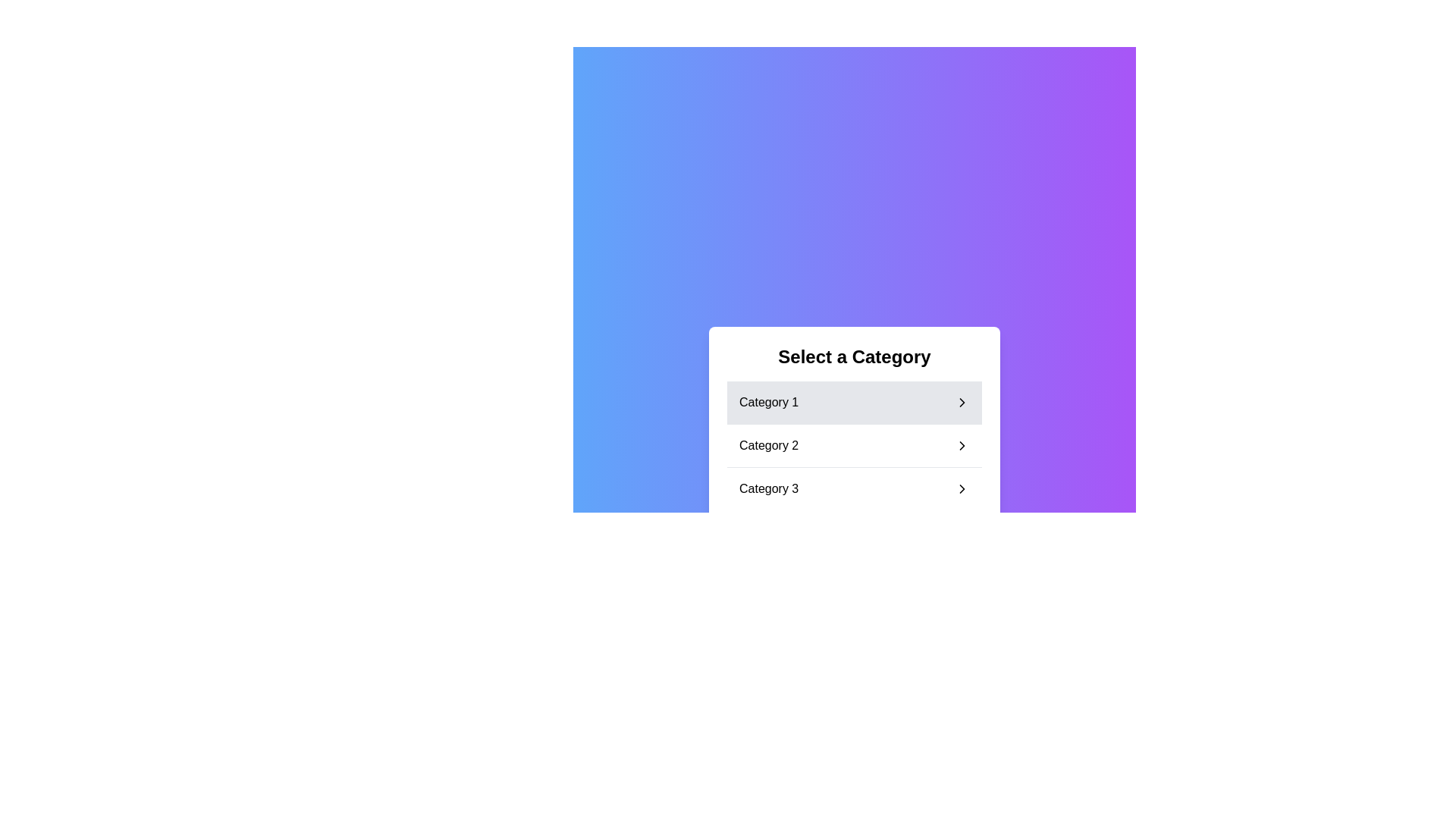 Image resolution: width=1456 pixels, height=819 pixels. What do you see at coordinates (855, 444) in the screenshot?
I see `the second item in the vertical list of categories labeled 'Category 2'` at bounding box center [855, 444].